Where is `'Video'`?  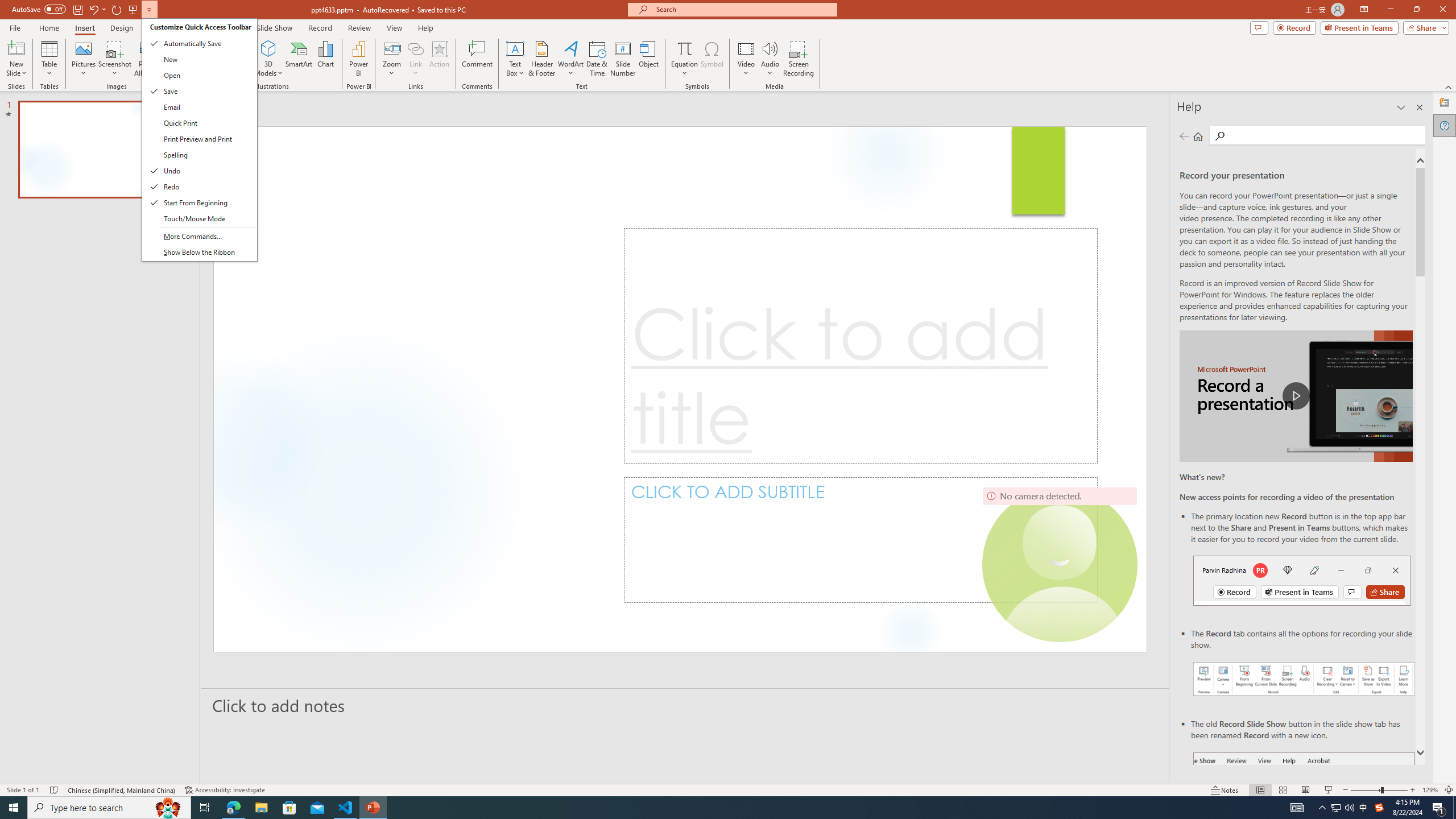 'Video' is located at coordinates (746, 59).